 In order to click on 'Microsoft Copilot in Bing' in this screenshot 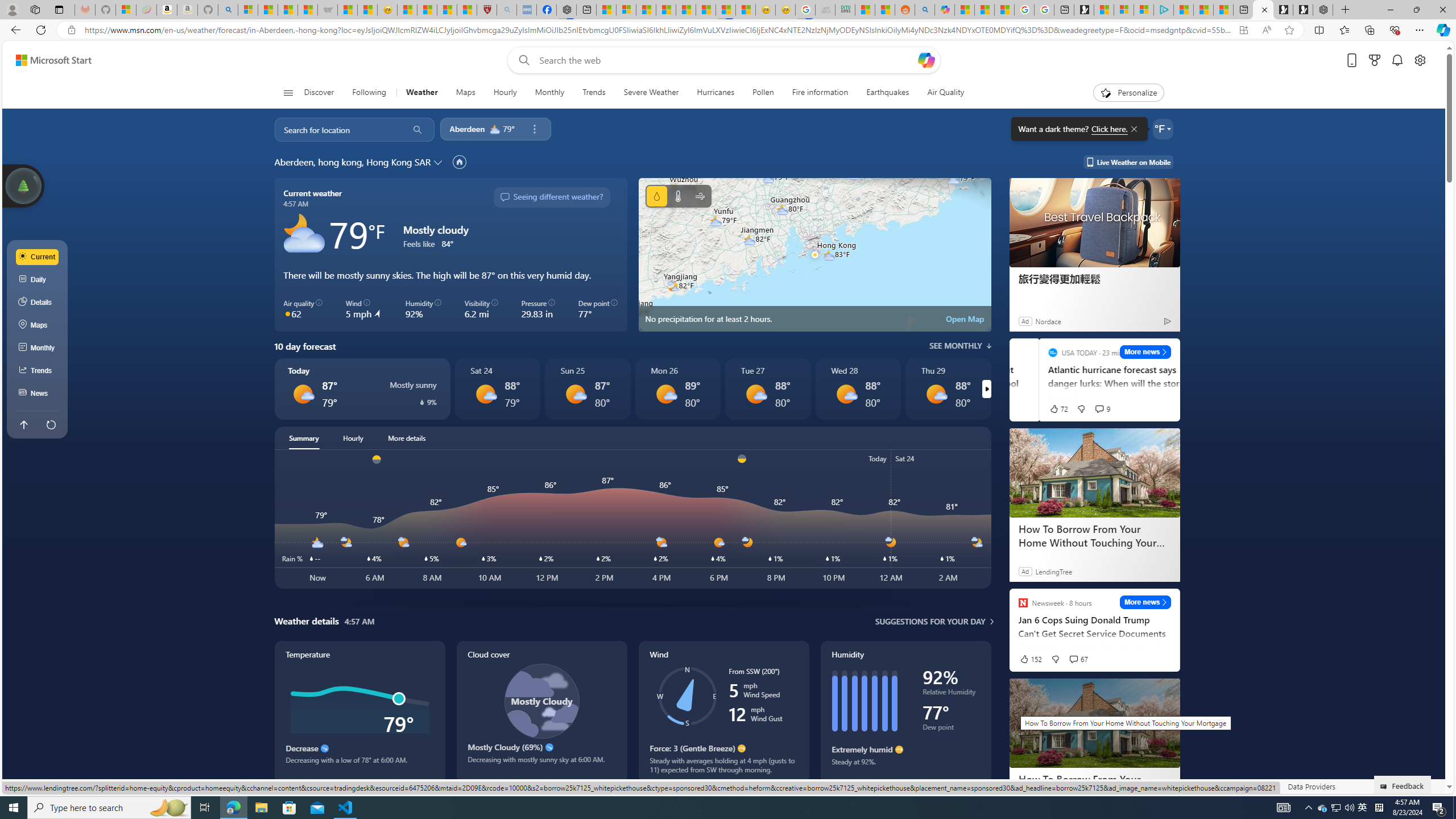, I will do `click(944, 9)`.